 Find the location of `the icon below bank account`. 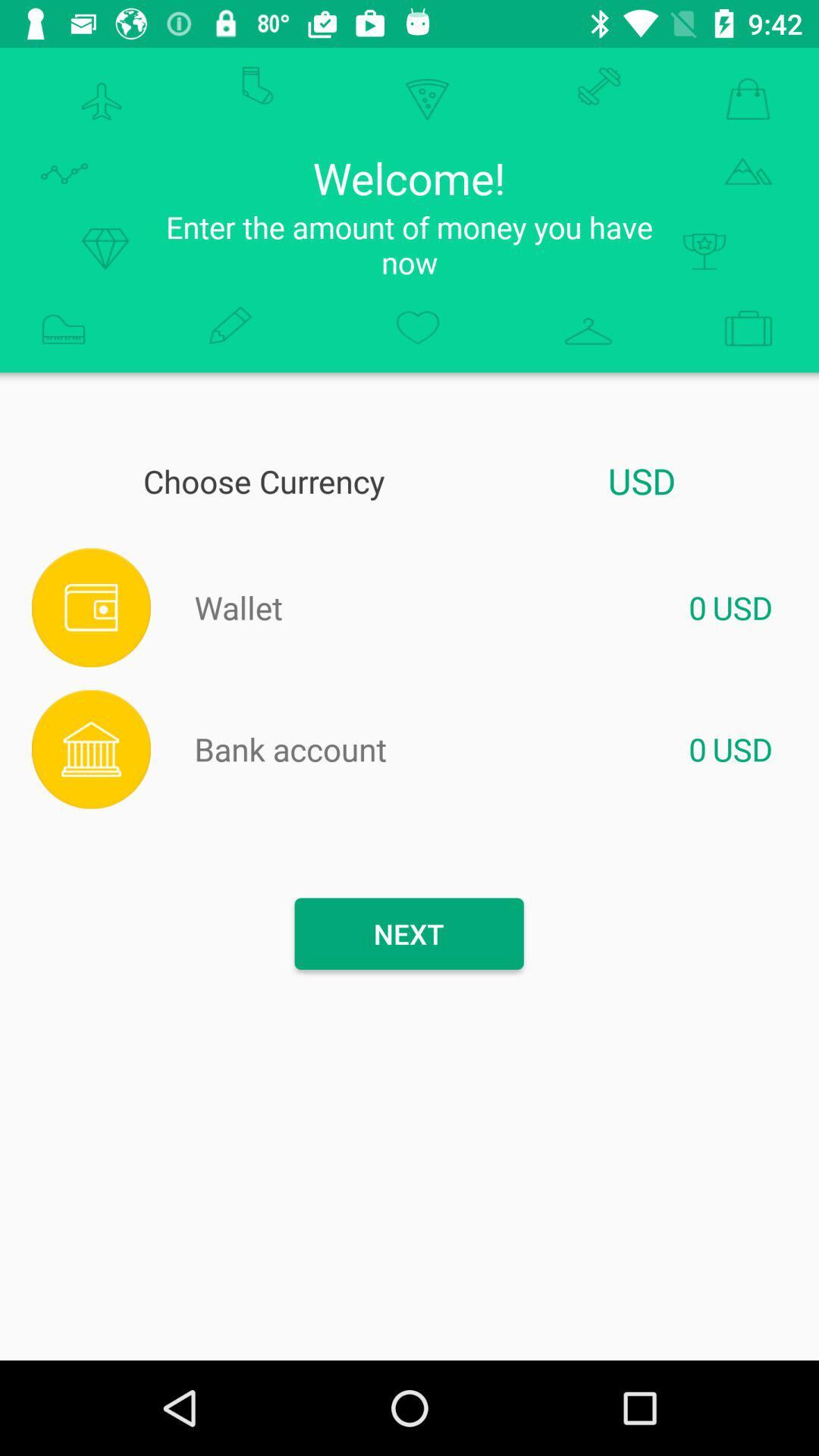

the icon below bank account is located at coordinates (408, 933).